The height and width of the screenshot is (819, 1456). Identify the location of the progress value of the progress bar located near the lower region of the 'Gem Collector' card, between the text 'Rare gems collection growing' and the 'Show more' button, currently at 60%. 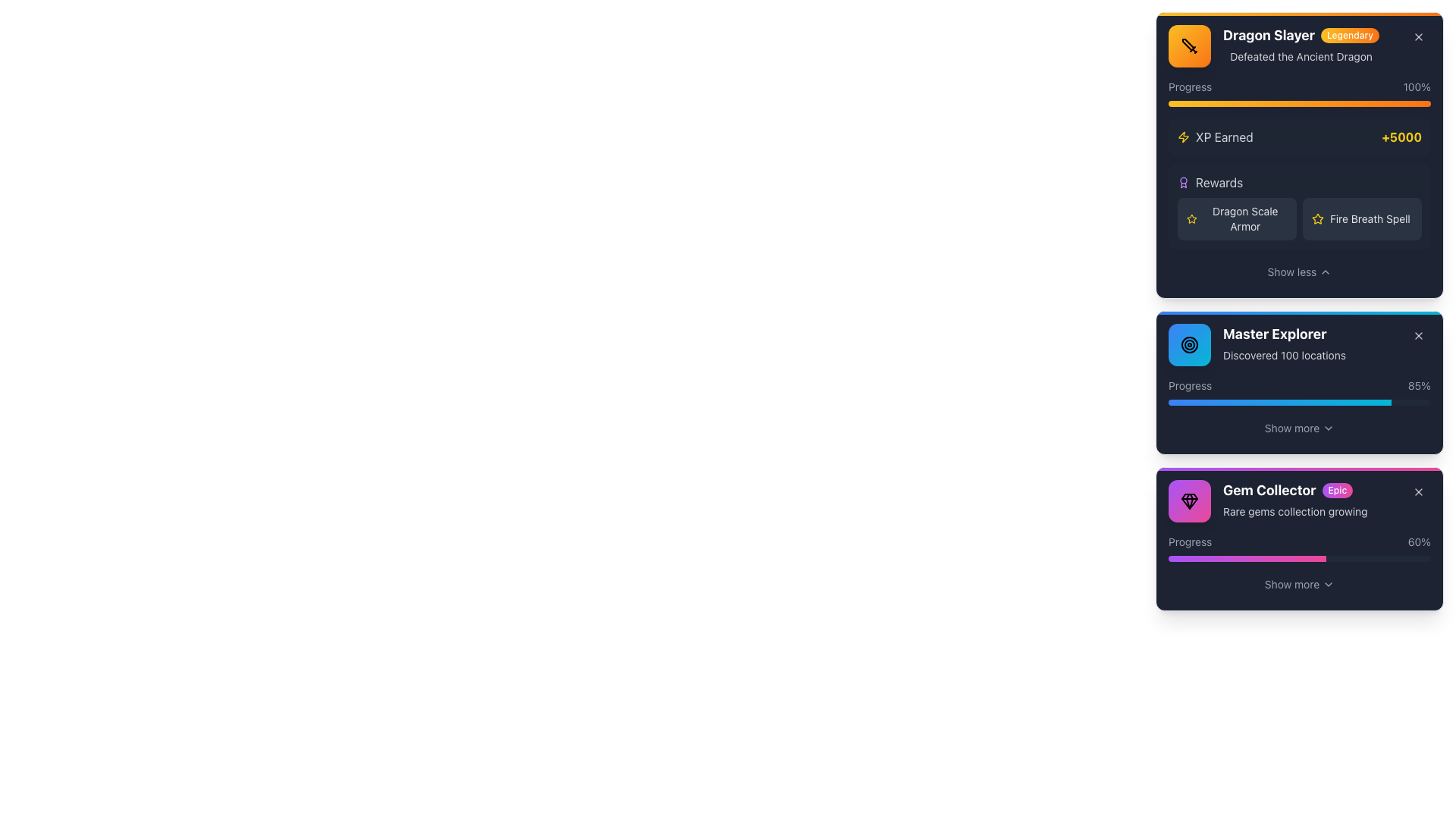
(1298, 548).